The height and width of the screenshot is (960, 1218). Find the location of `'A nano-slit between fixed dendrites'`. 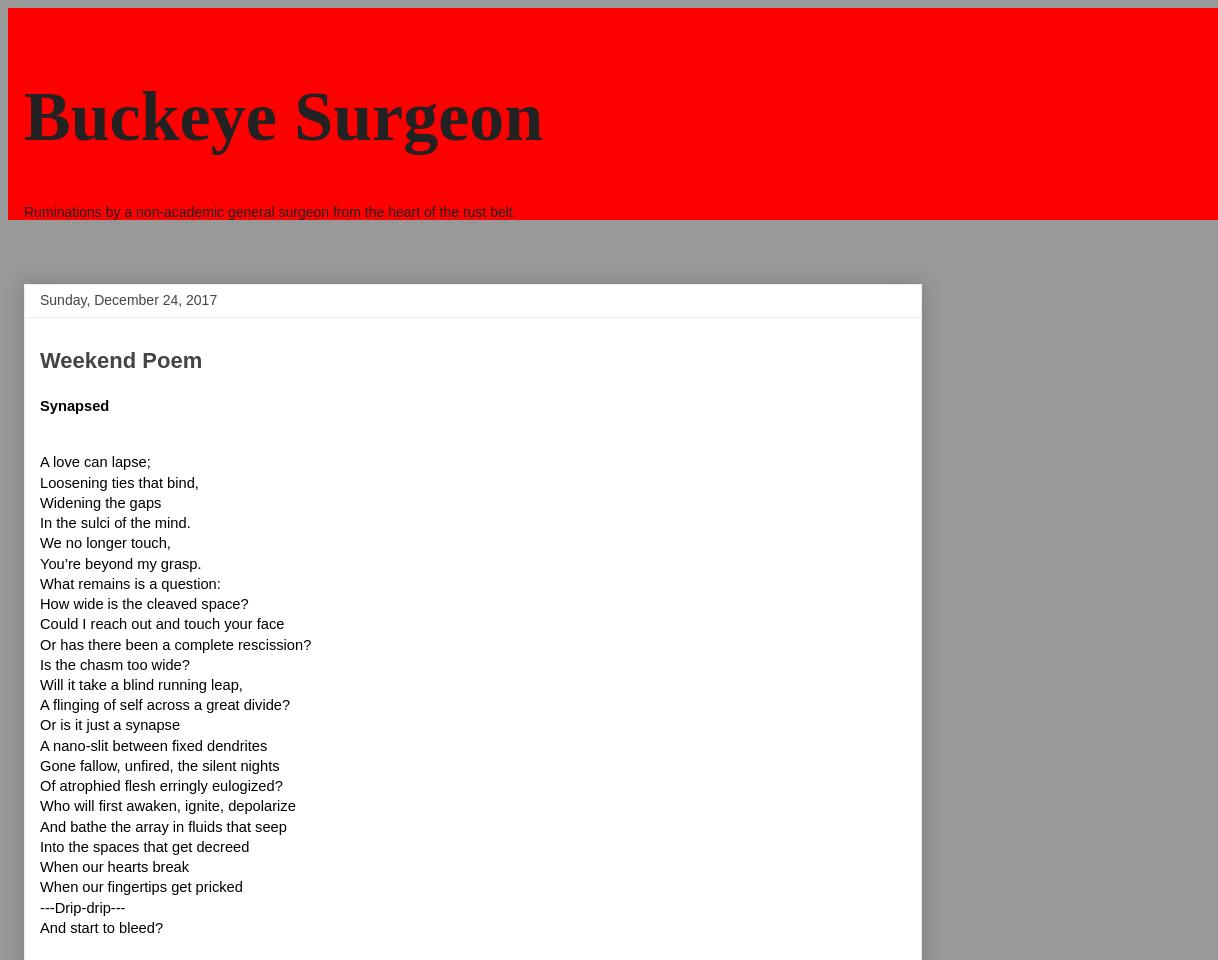

'A nano-slit between fixed dendrites' is located at coordinates (152, 743).